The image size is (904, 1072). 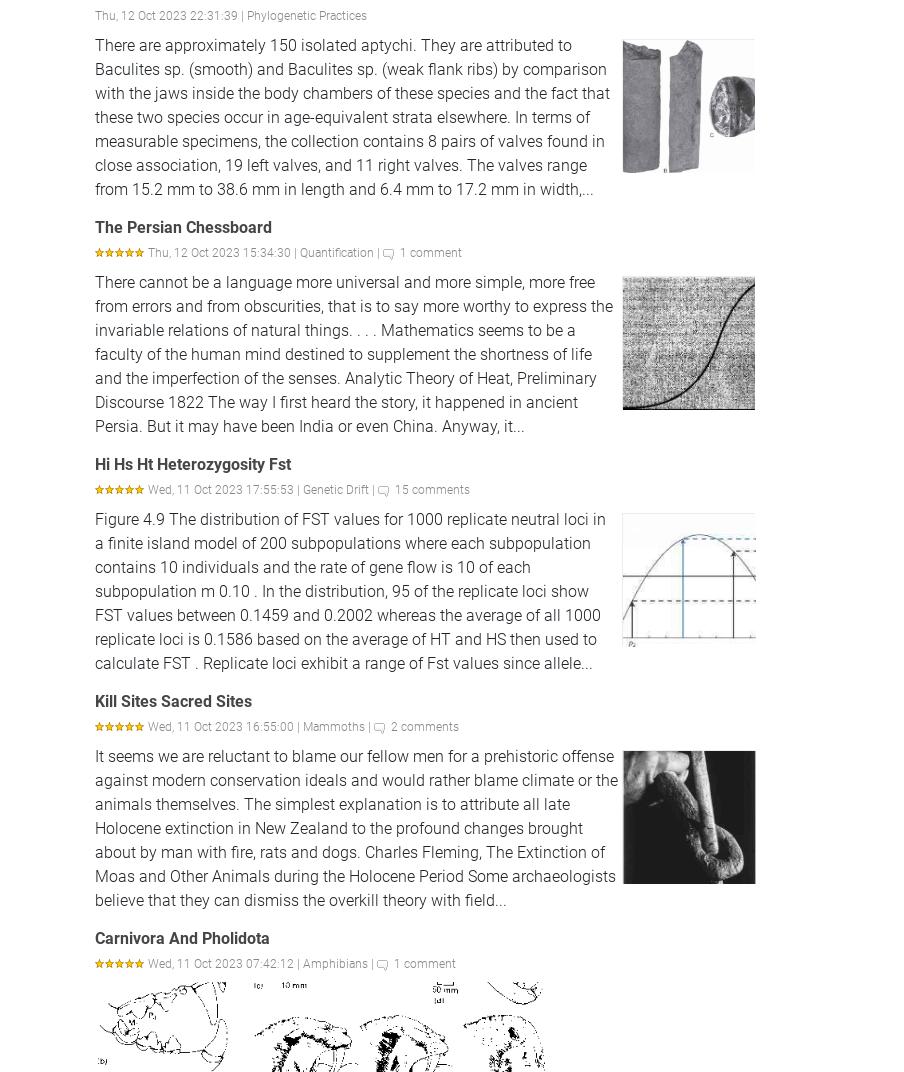 I want to click on 'Phylogenetic Practices', so click(x=306, y=14).